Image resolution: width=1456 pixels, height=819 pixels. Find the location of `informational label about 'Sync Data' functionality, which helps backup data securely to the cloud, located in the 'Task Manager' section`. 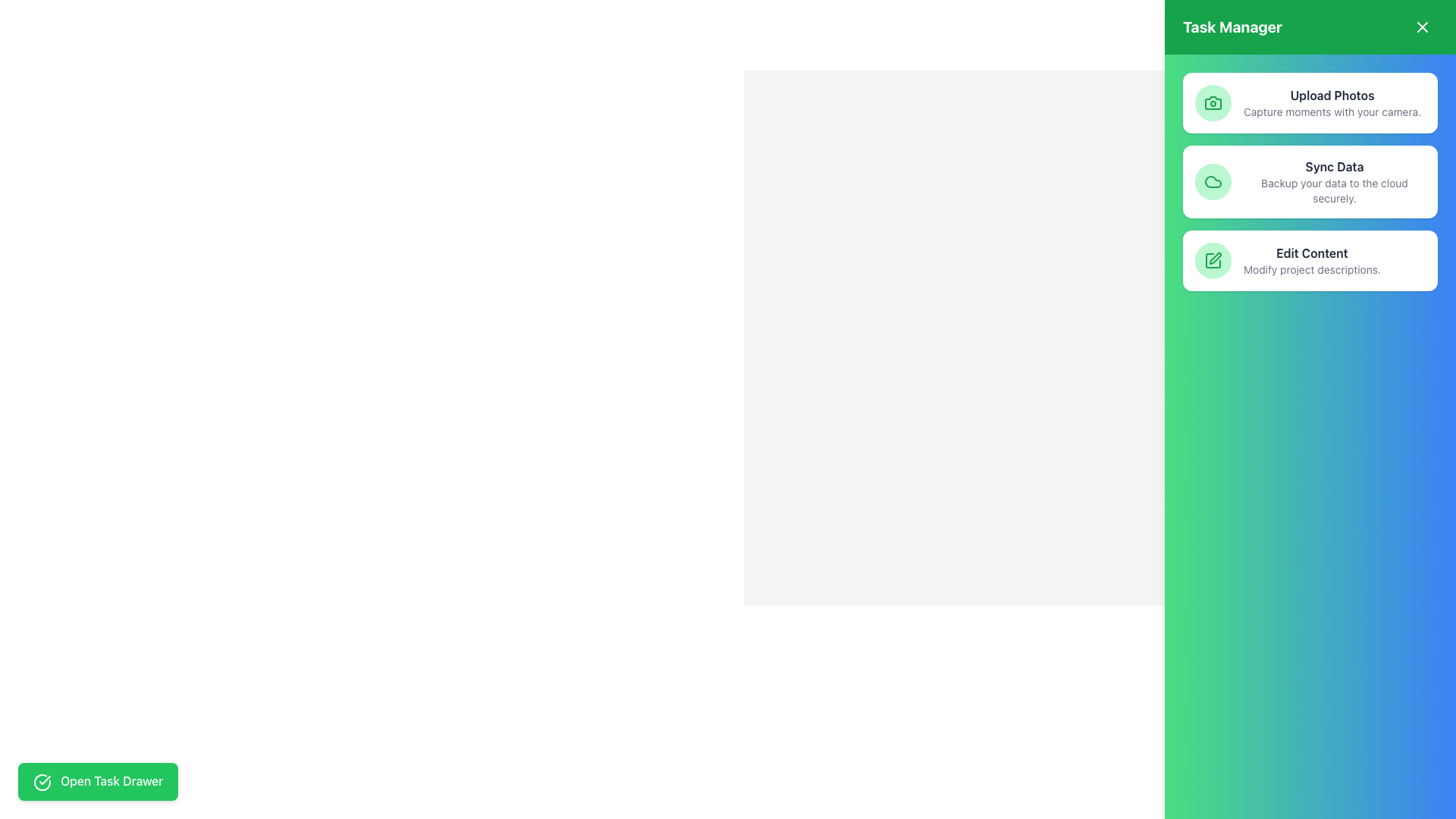

informational label about 'Sync Data' functionality, which helps backup data securely to the cloud, located in the 'Task Manager' section is located at coordinates (1335, 180).